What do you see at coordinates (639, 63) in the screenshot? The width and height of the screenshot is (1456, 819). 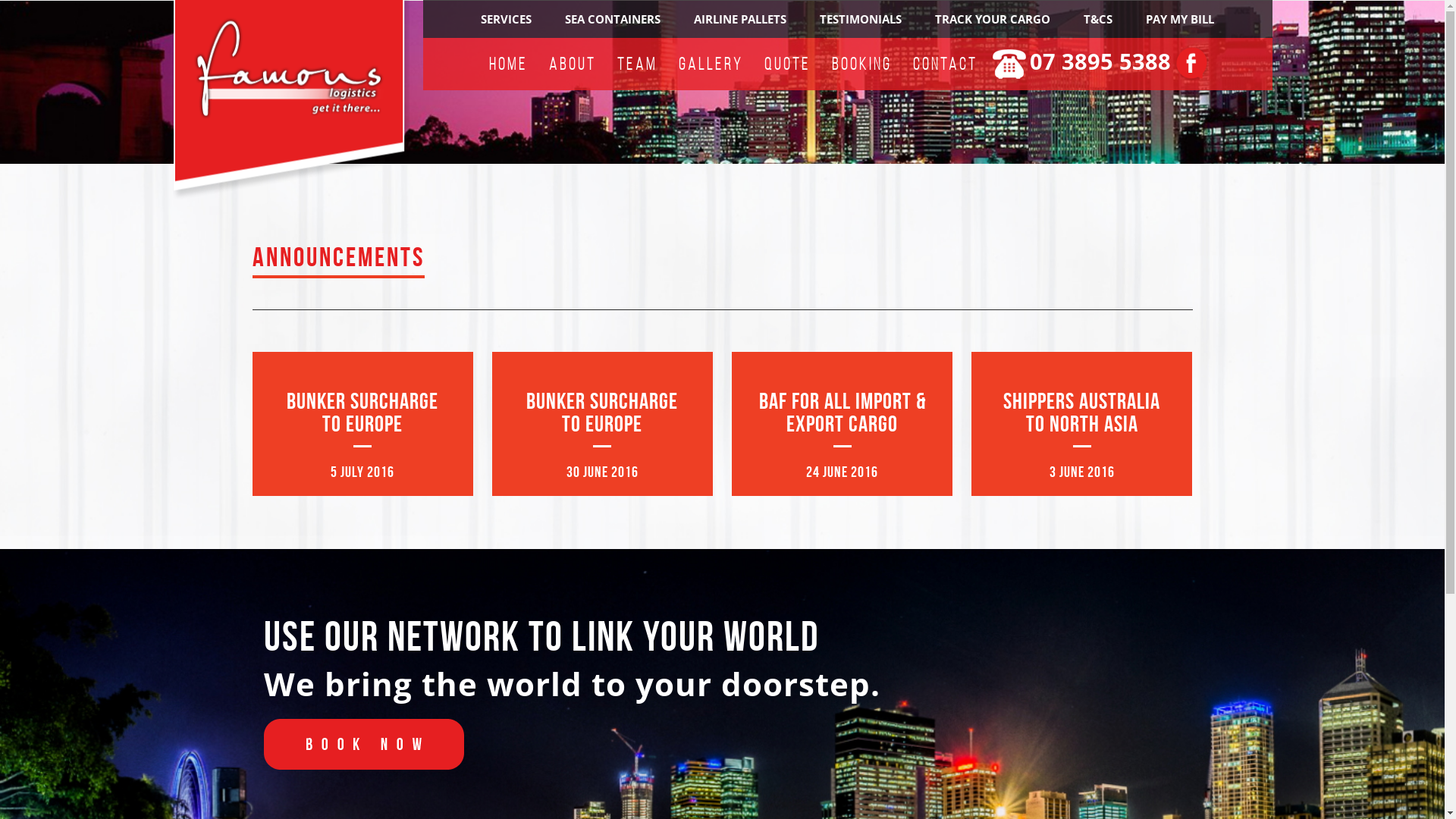 I see `'TEAM'` at bounding box center [639, 63].